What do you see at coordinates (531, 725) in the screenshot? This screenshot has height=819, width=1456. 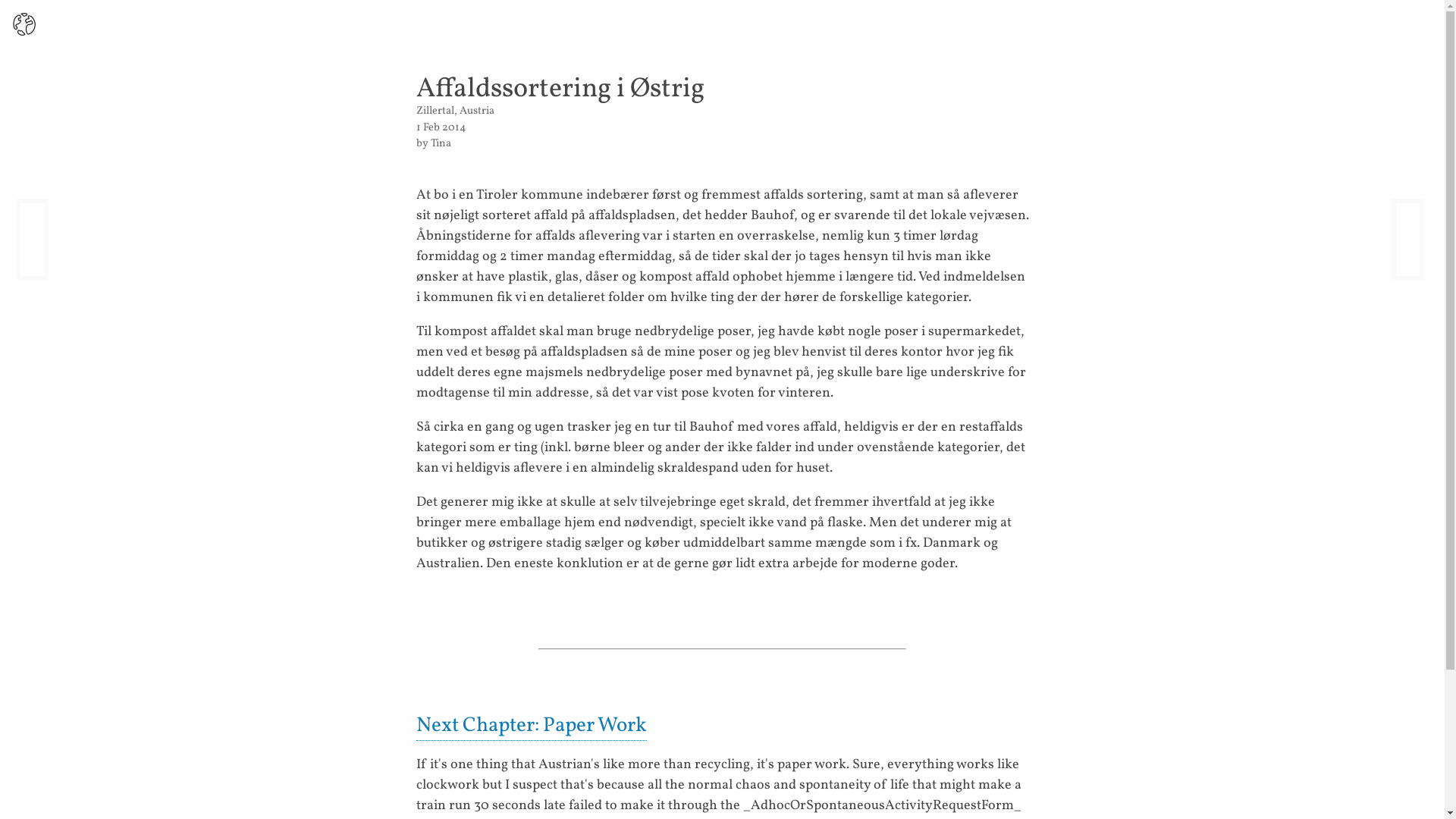 I see `'Next Chapter: Paper Work'` at bounding box center [531, 725].